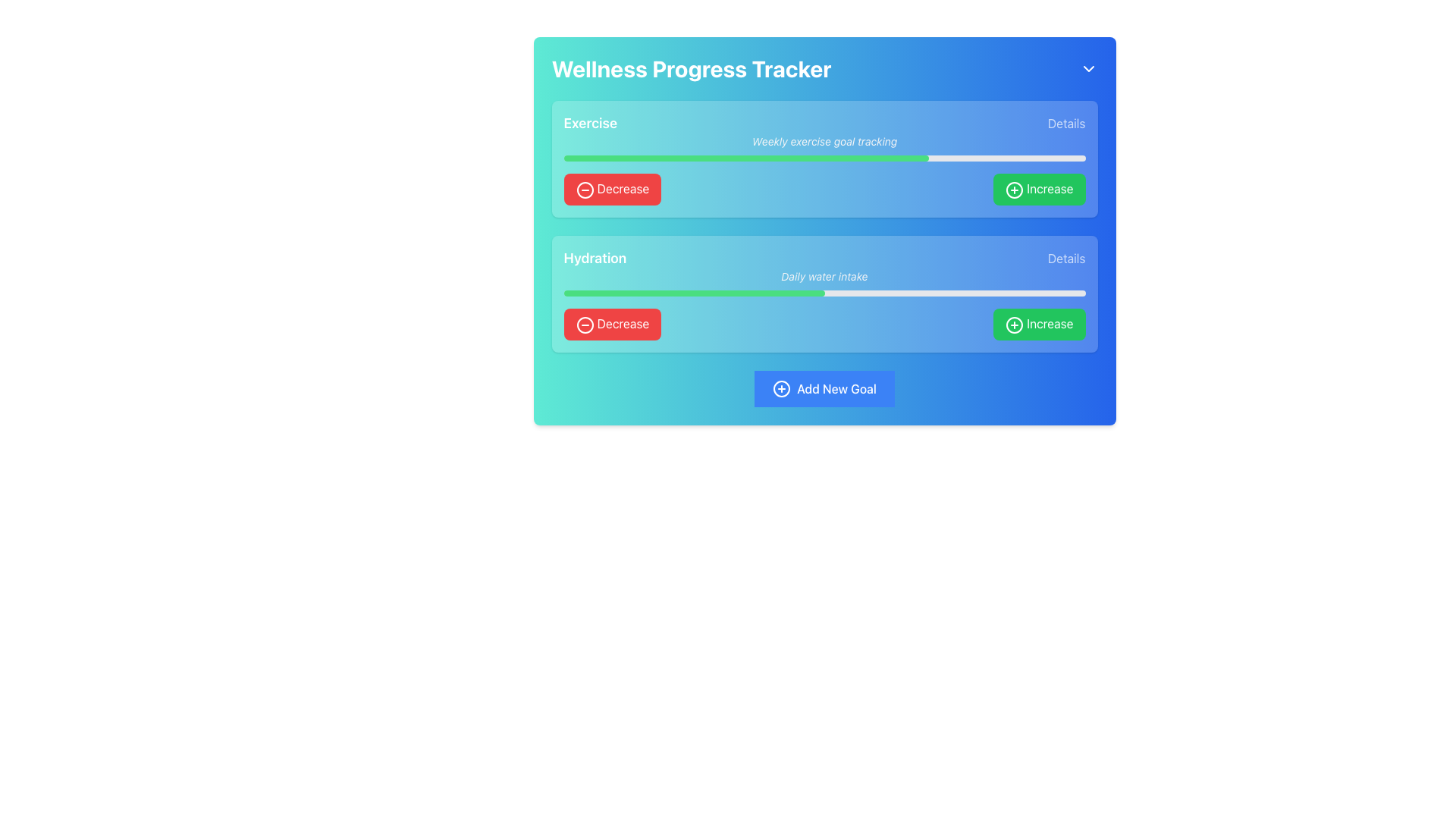  Describe the element at coordinates (584, 189) in the screenshot. I see `the circular icon with a white minus sign on a red background, located within the 'Decrease' button in the 'Exercise' section` at that location.